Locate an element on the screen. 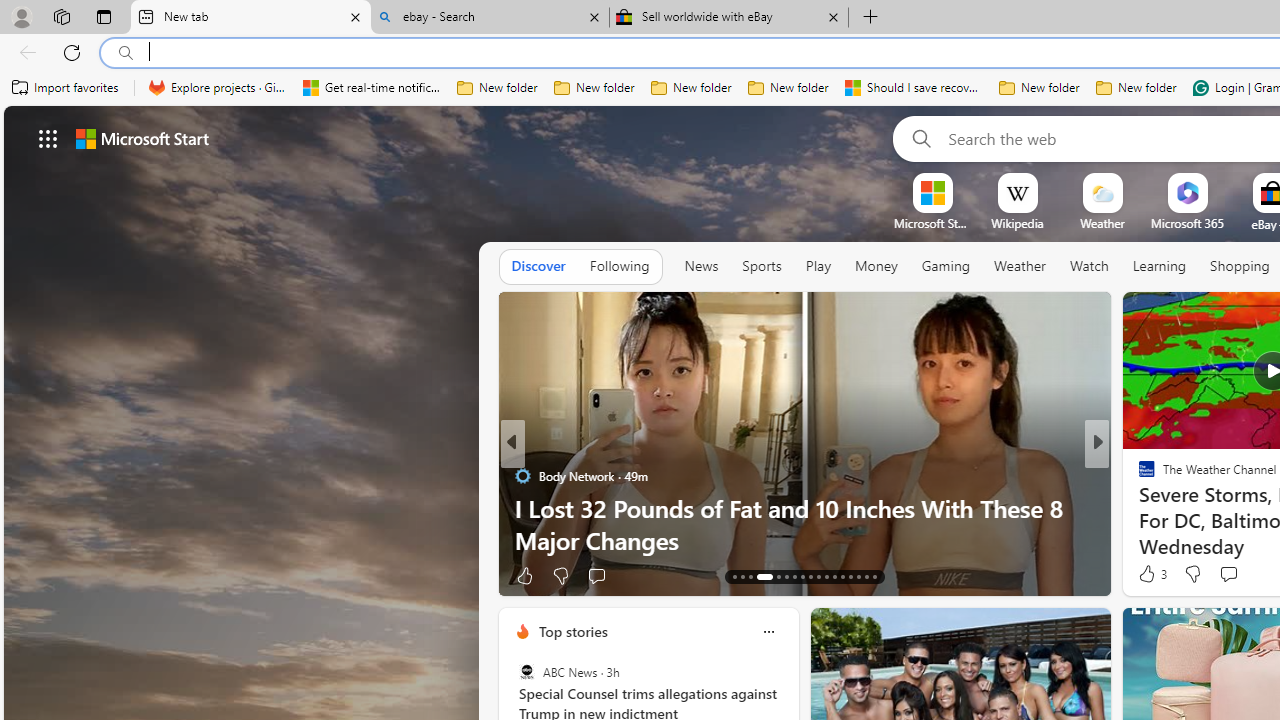 Image resolution: width=1280 pixels, height=720 pixels. 'Microsoft 365' is located at coordinates (1187, 223).